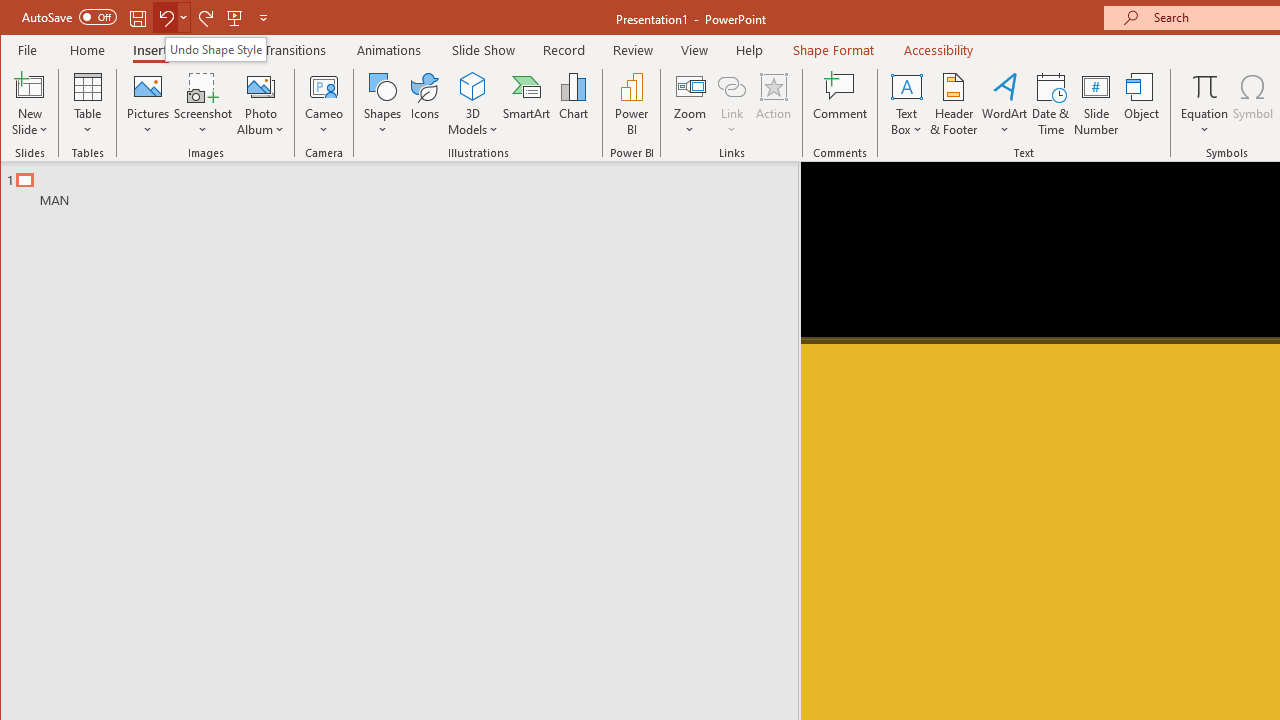  Describe the element at coordinates (28, 49) in the screenshot. I see `'File Tab'` at that location.